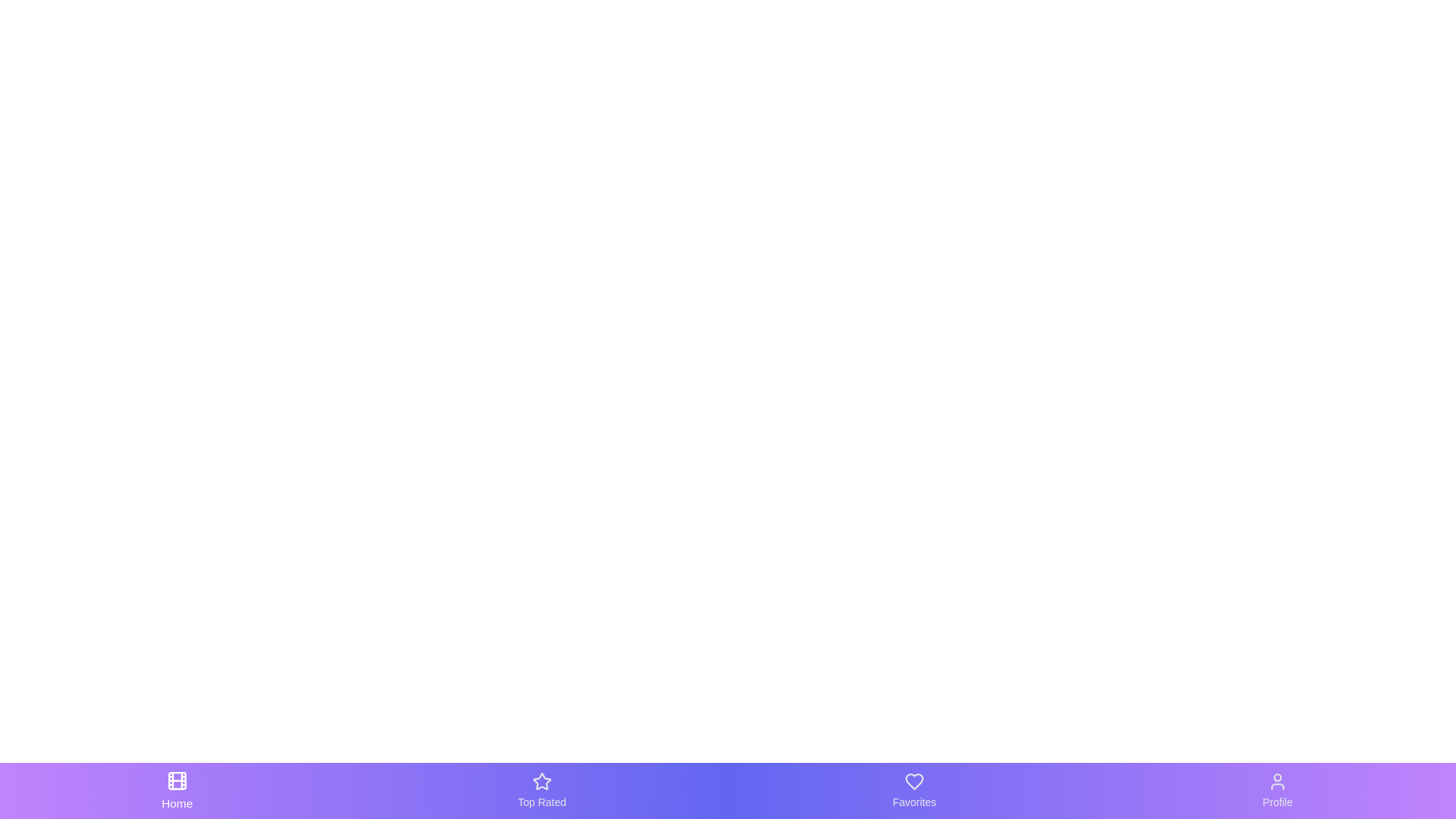 The width and height of the screenshot is (1456, 819). Describe the element at coordinates (541, 789) in the screenshot. I see `the tab labeled Top Rated in the bottom navigation bar` at that location.